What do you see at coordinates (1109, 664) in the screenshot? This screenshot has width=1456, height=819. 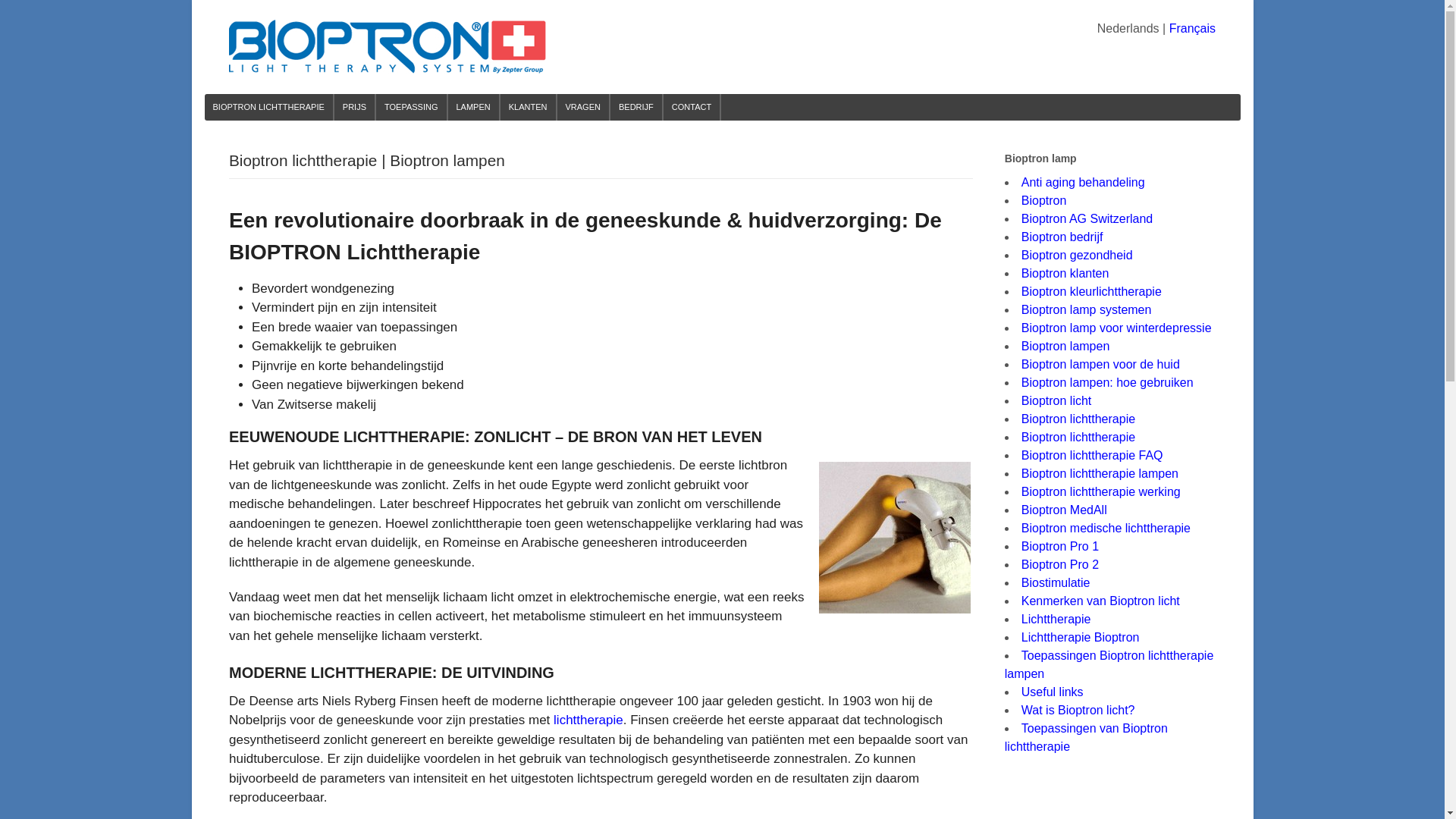 I see `'Toepassingen Bioptron lichttherapie lampen'` at bounding box center [1109, 664].